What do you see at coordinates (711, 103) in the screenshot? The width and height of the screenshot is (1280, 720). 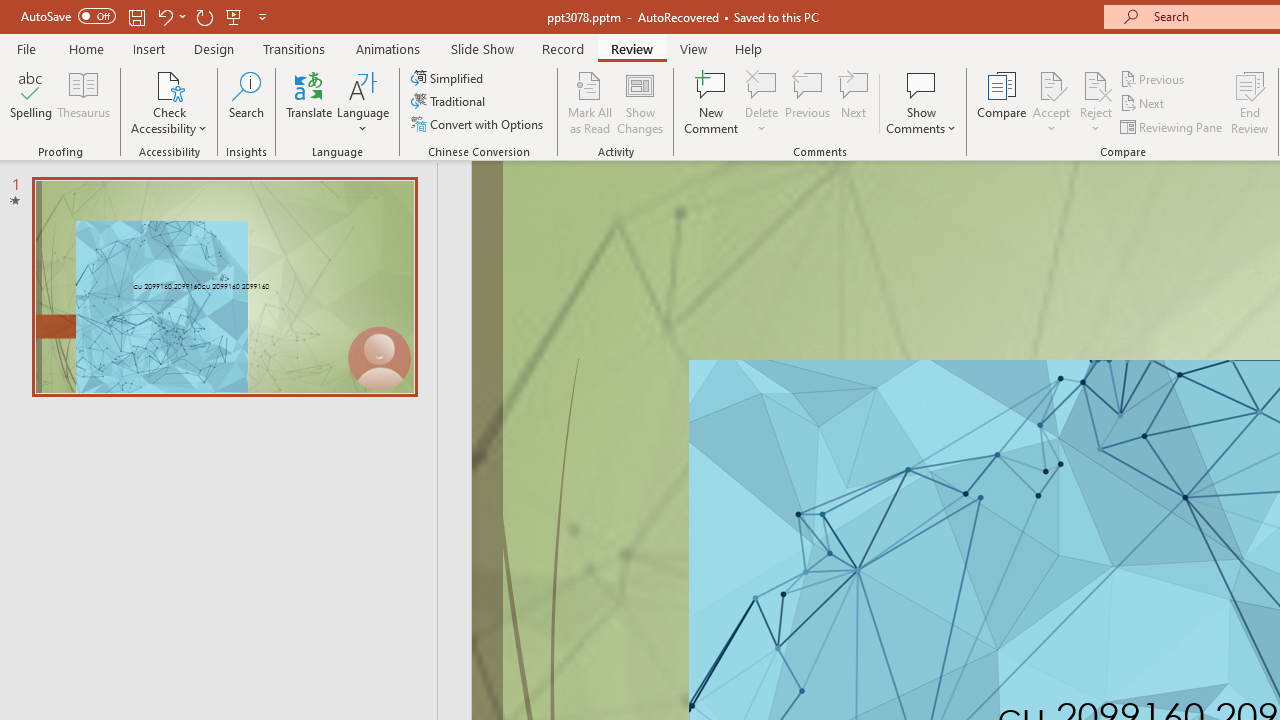 I see `'New Comment'` at bounding box center [711, 103].